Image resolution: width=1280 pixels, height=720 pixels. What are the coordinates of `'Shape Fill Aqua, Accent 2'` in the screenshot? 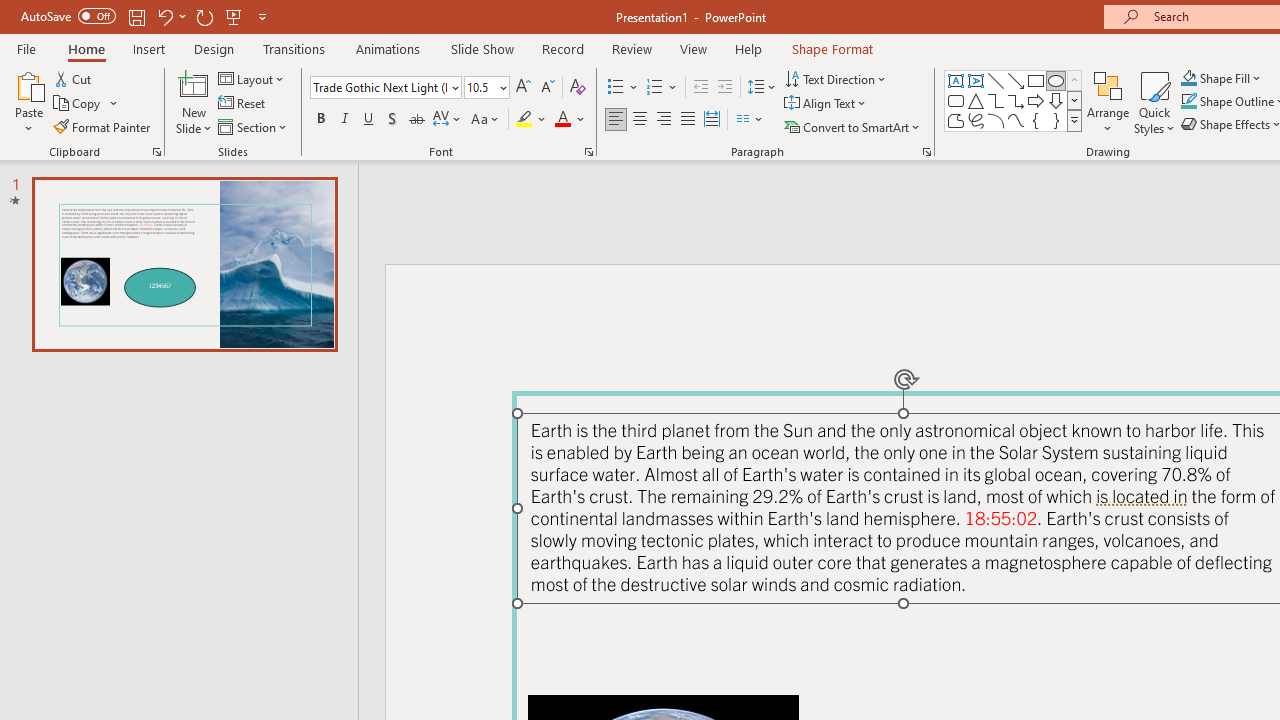 It's located at (1189, 77).